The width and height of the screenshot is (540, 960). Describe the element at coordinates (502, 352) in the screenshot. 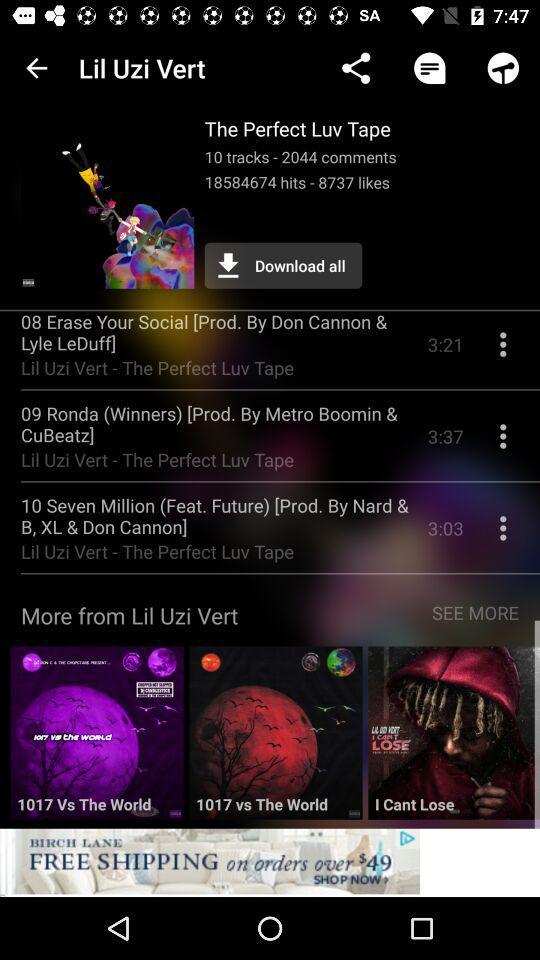

I see `more info on song` at that location.